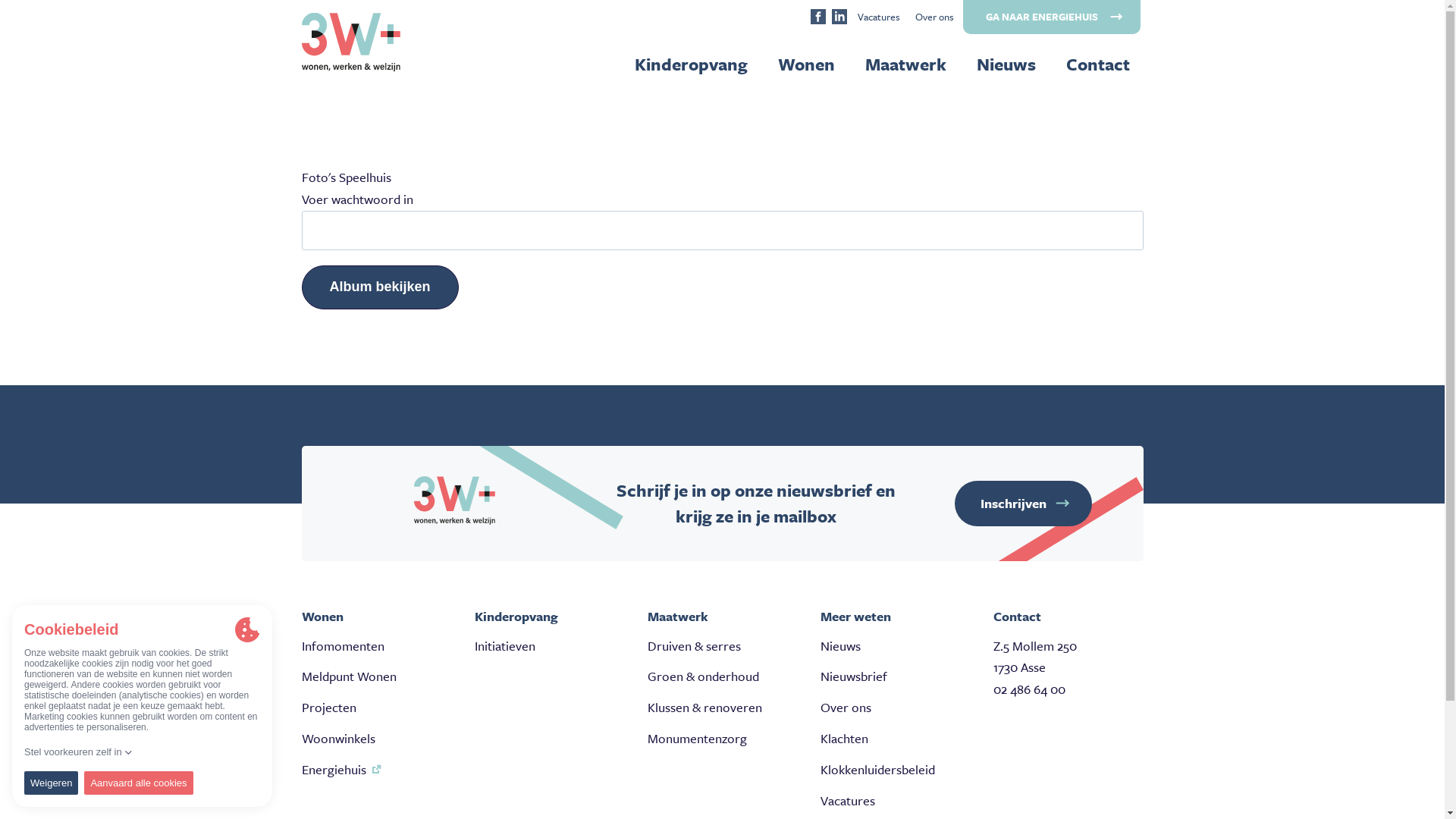 The width and height of the screenshot is (1456, 819). What do you see at coordinates (328, 707) in the screenshot?
I see `'Projecten'` at bounding box center [328, 707].